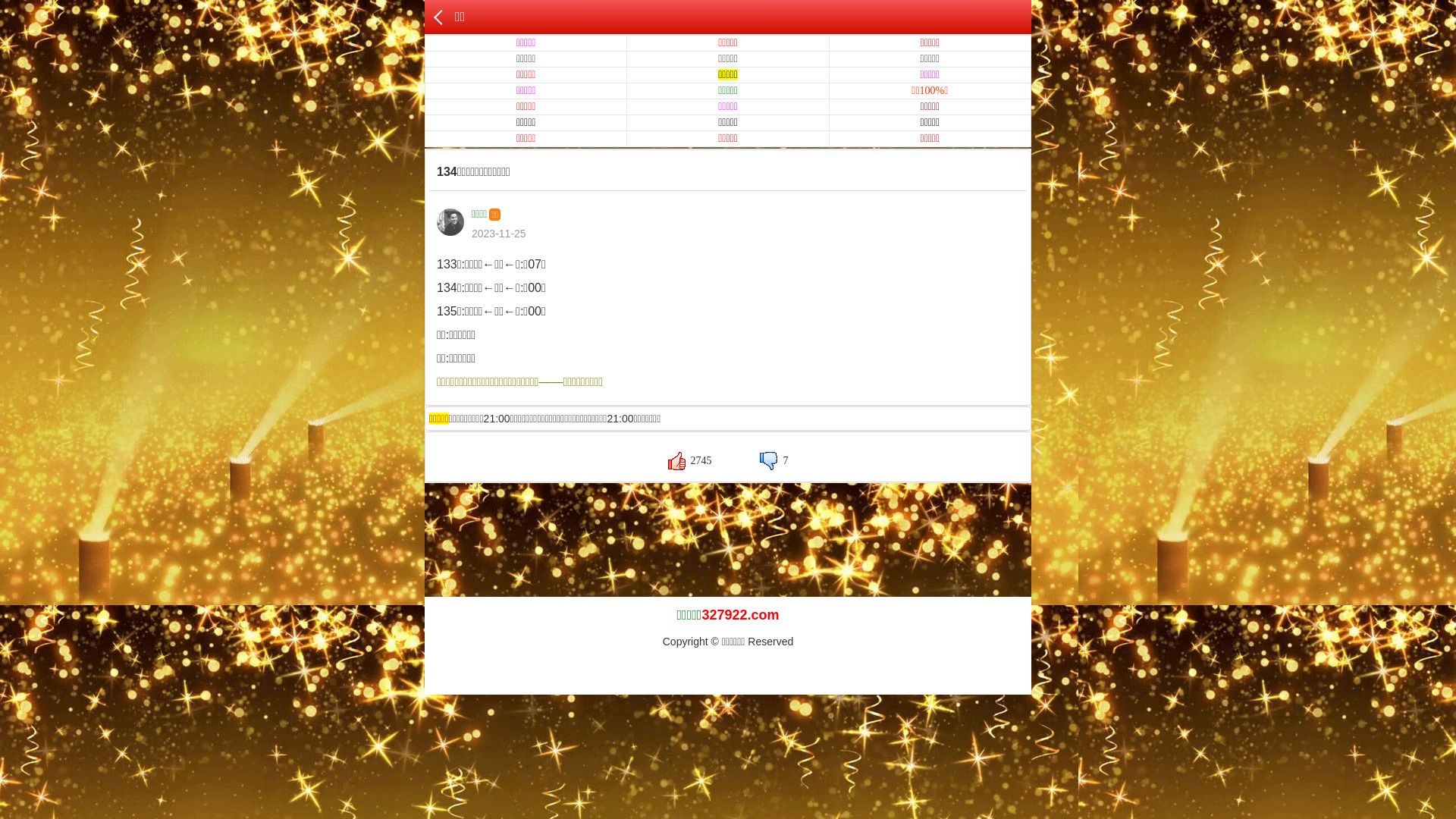 The image size is (1456, 819). I want to click on '2745', so click(689, 460).